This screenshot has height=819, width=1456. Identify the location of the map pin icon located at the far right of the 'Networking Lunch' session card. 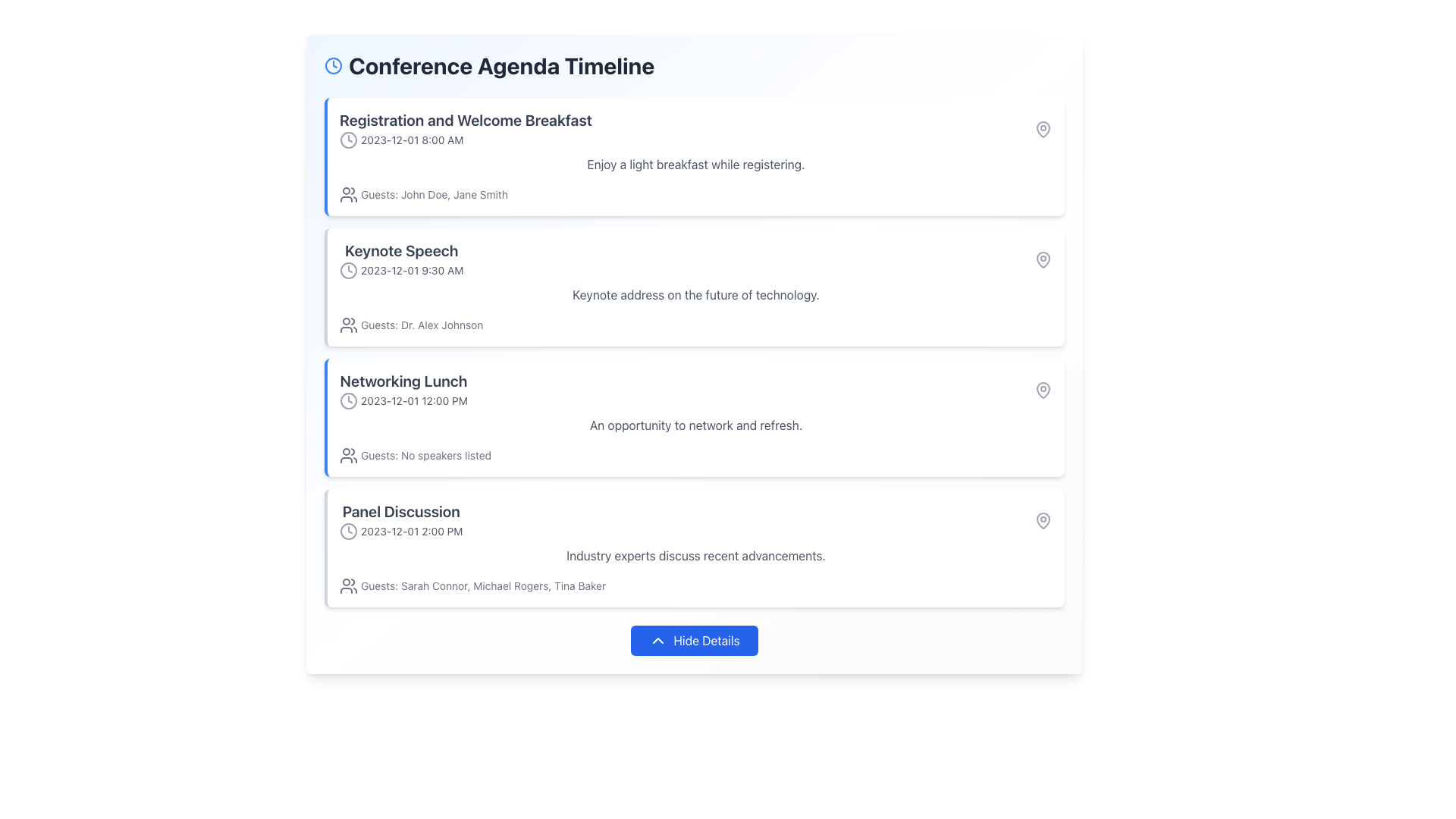
(1043, 390).